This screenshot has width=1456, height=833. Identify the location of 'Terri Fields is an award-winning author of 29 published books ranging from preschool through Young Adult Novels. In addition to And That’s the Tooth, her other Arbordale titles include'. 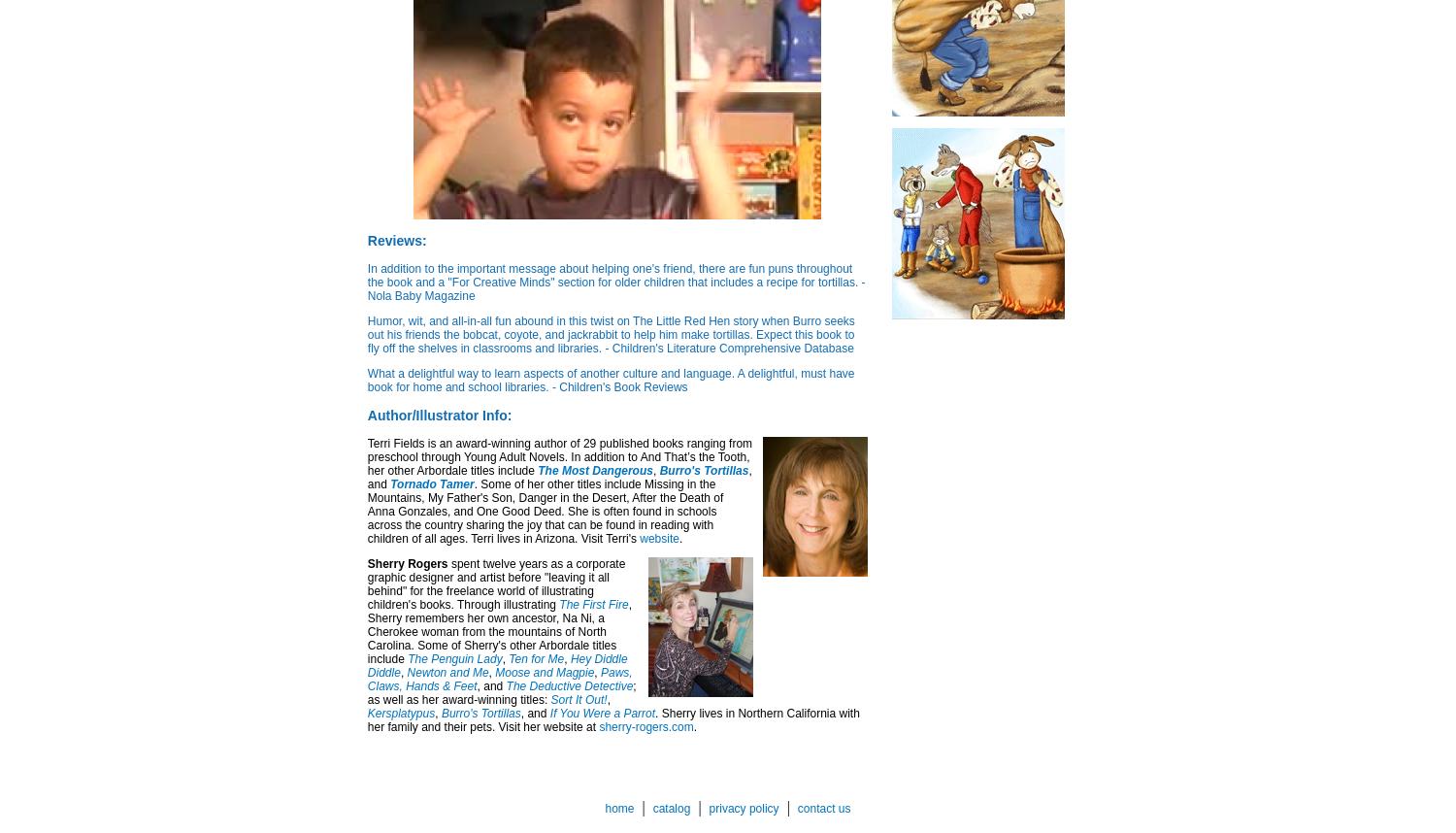
(367, 457).